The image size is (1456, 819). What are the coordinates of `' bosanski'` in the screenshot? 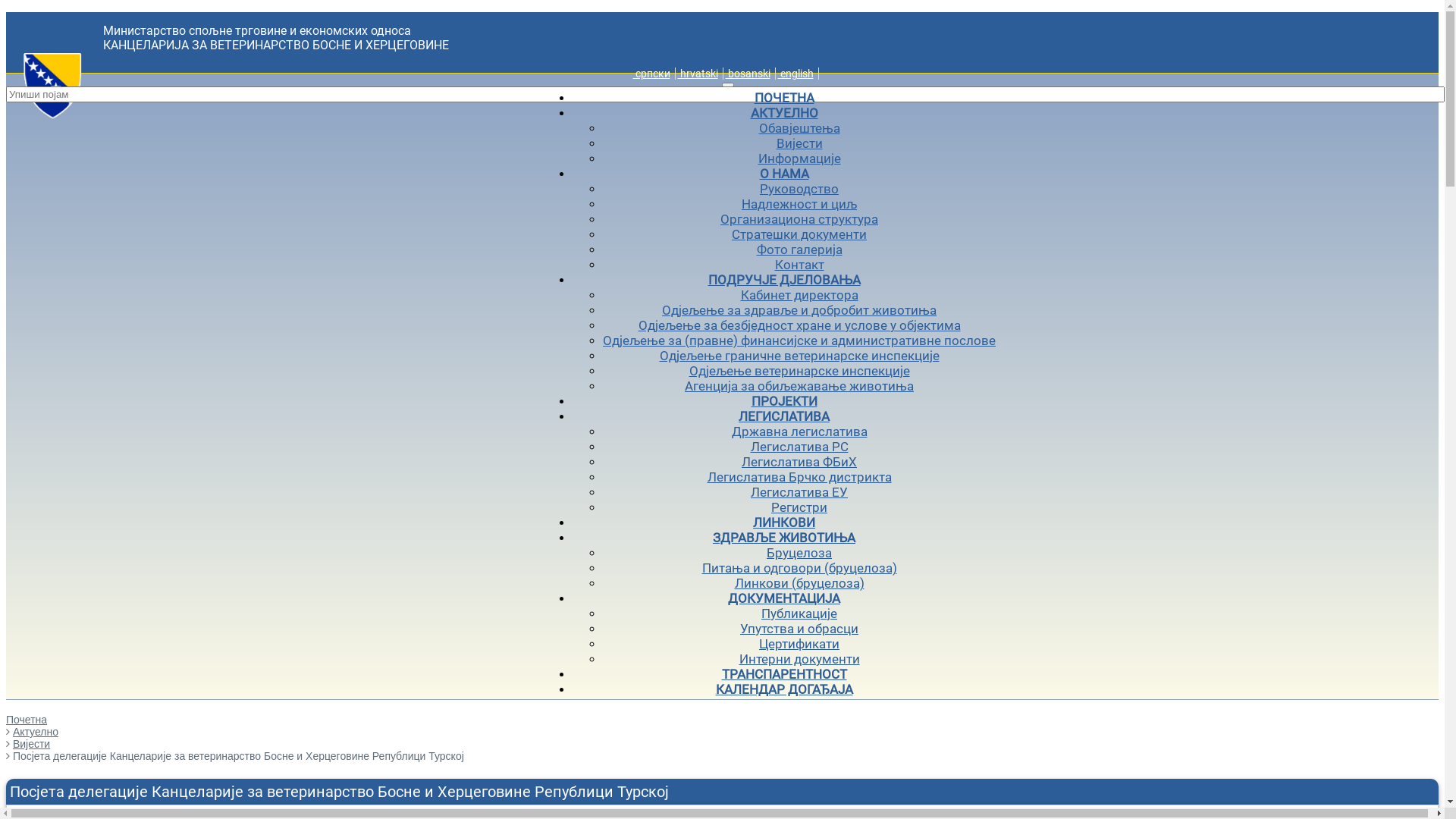 It's located at (747, 73).